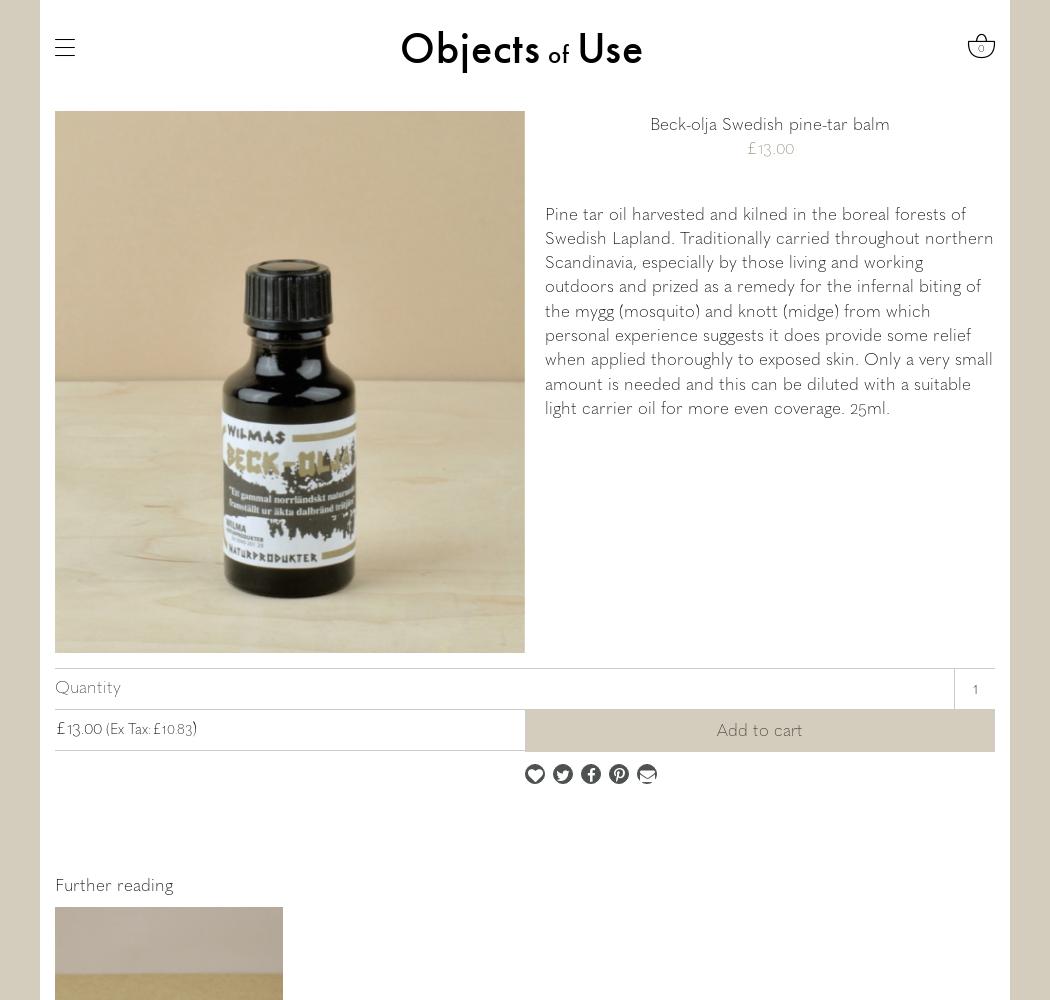  Describe the element at coordinates (769, 121) in the screenshot. I see `'Beck-olja Swedish pine-tar balm'` at that location.